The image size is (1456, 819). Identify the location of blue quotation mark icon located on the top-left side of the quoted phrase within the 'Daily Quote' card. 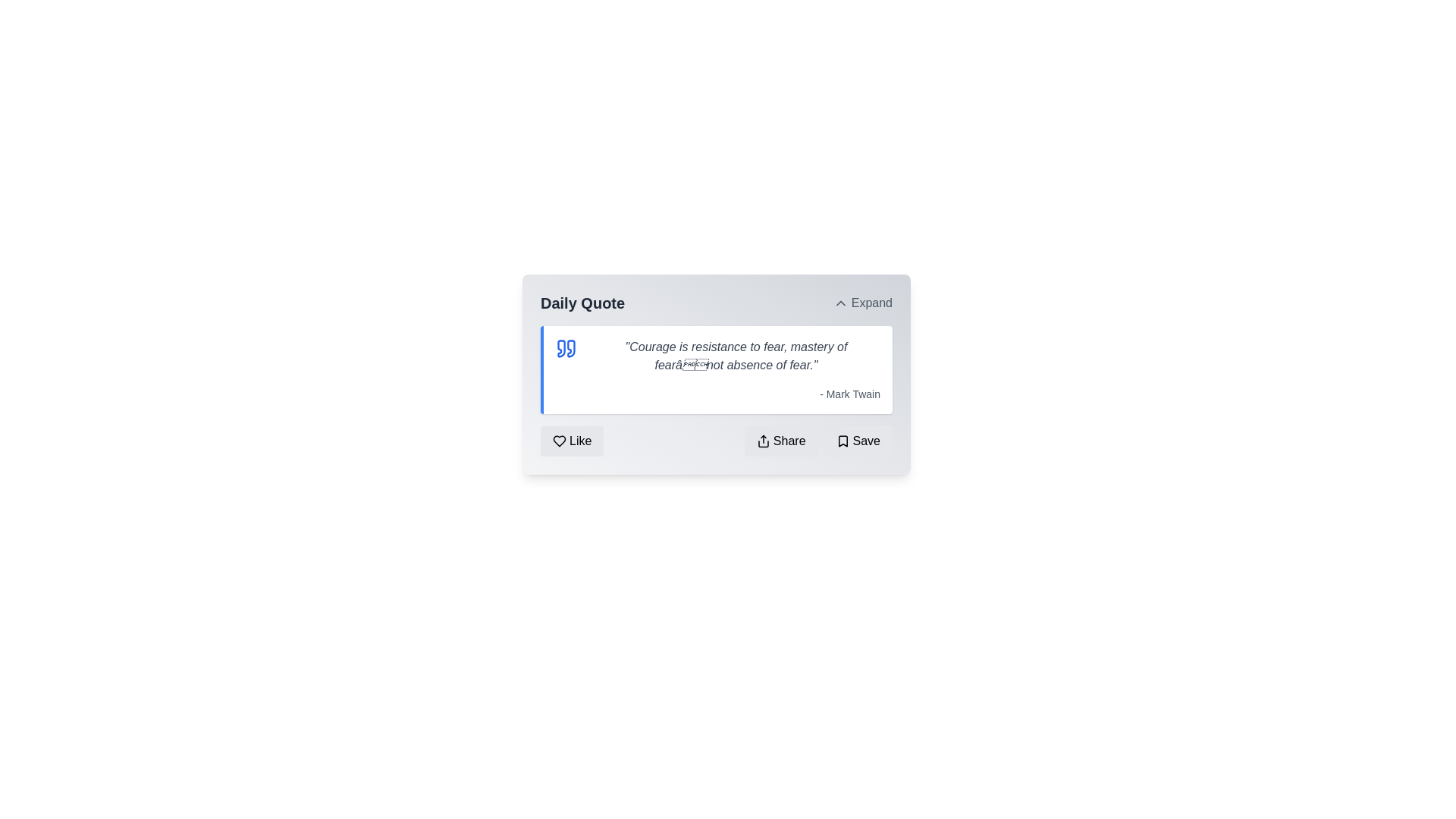
(566, 348).